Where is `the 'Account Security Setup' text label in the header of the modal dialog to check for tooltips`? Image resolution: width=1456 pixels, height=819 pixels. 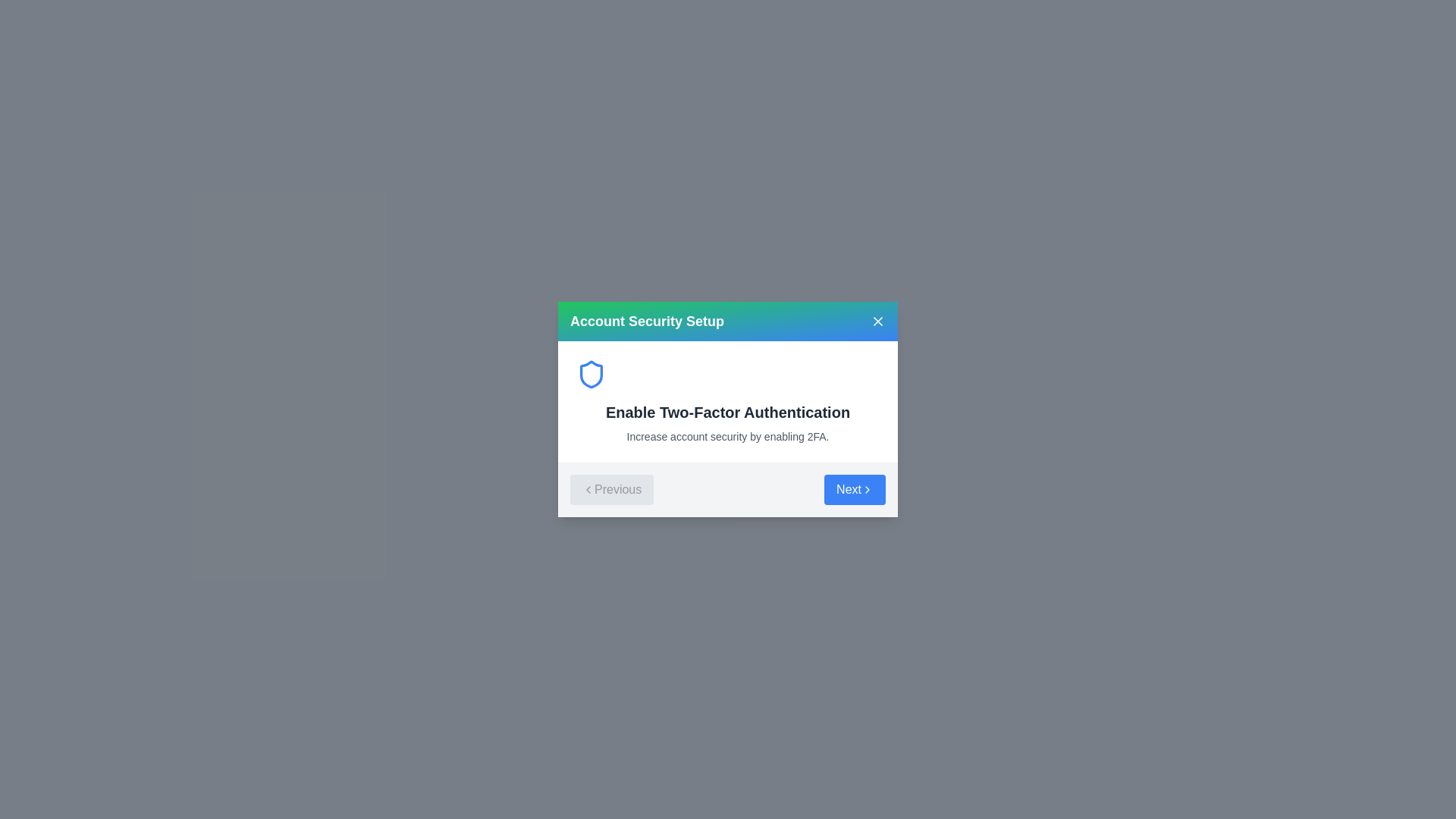
the 'Account Security Setup' text label in the header of the modal dialog to check for tooltips is located at coordinates (647, 321).